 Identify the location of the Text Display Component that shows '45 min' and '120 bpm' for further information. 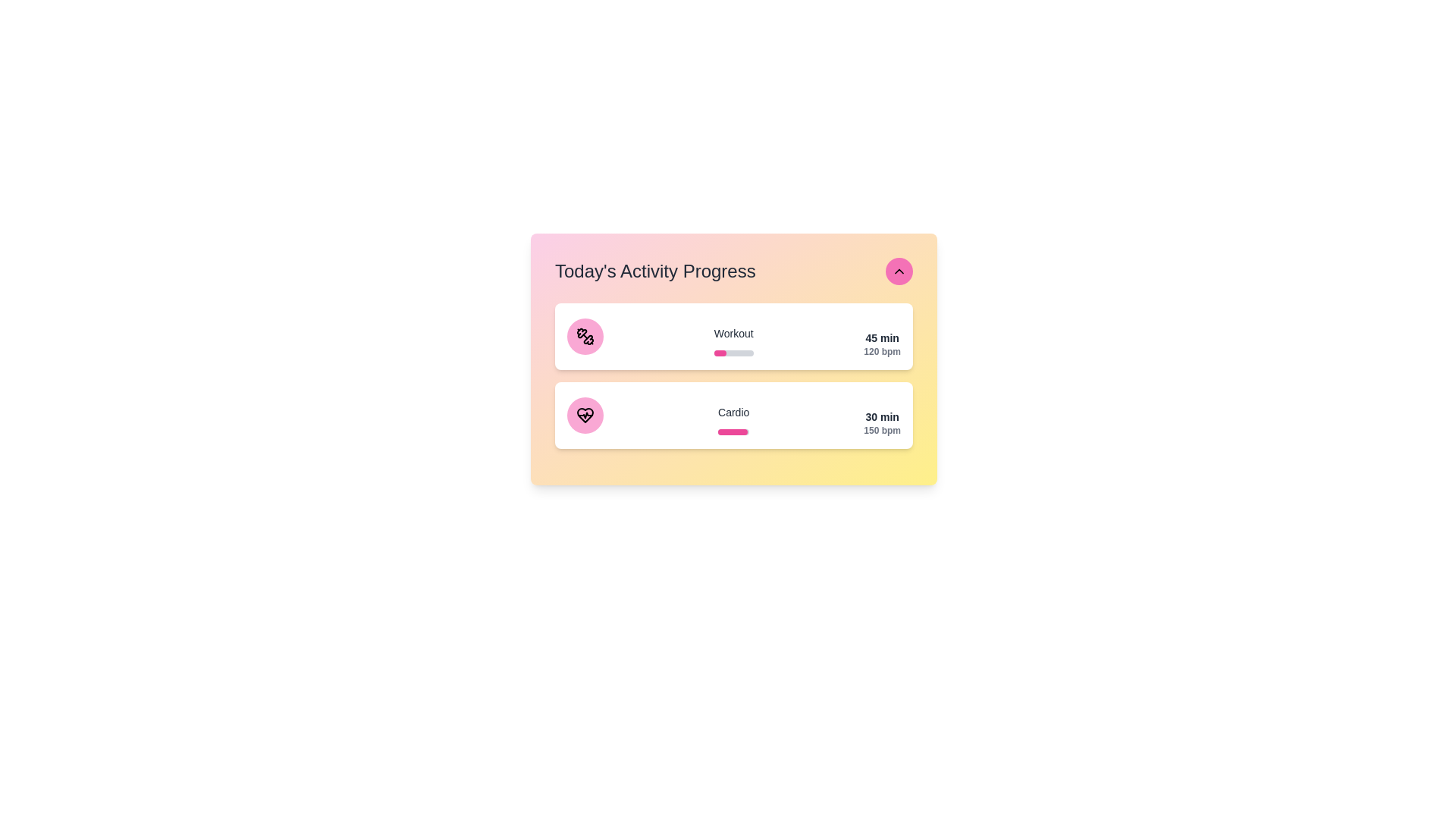
(882, 341).